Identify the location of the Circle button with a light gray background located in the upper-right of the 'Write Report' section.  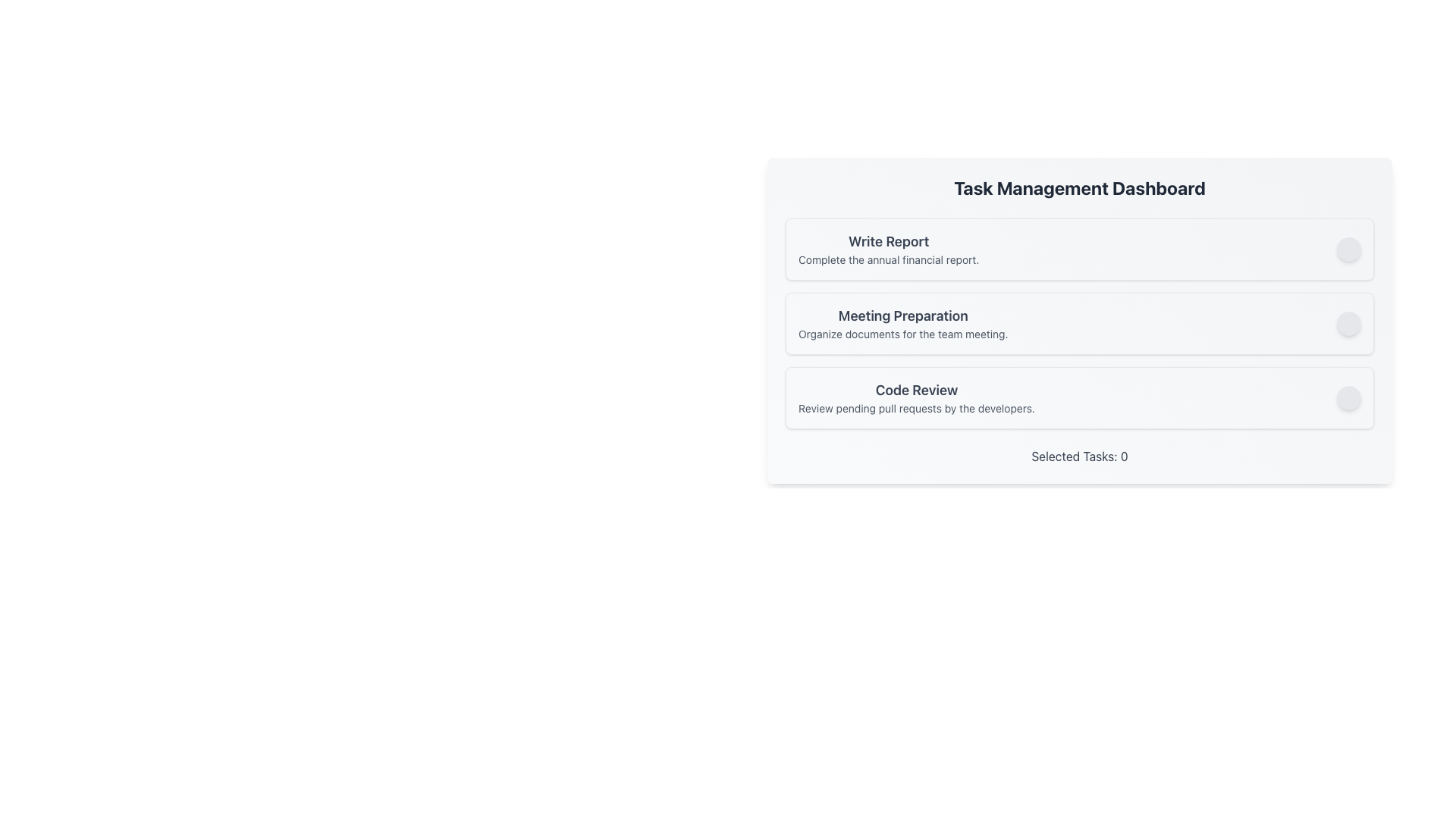
(1349, 248).